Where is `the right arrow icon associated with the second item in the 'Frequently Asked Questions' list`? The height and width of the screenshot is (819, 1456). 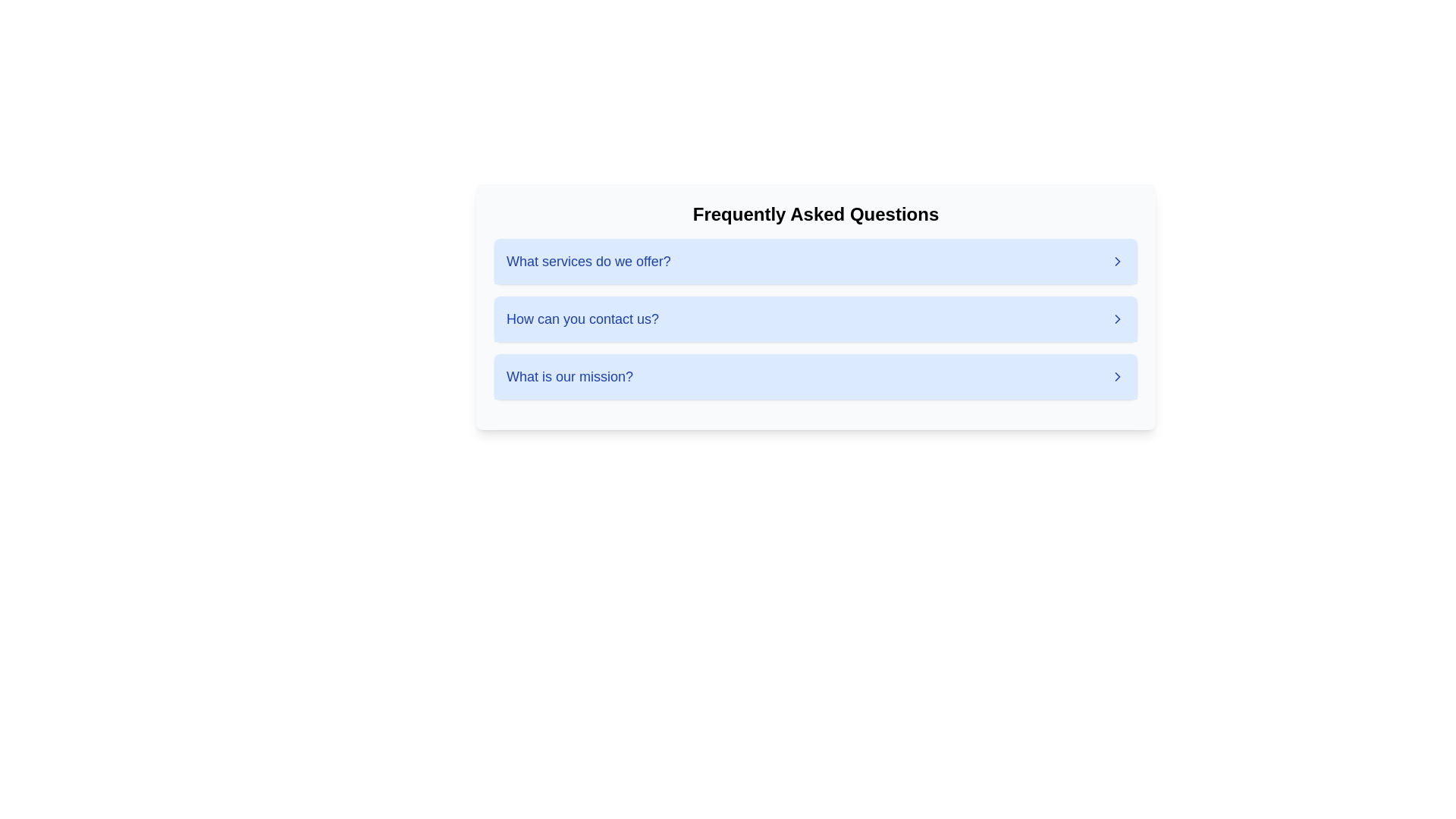
the right arrow icon associated with the second item in the 'Frequently Asked Questions' list is located at coordinates (1117, 318).